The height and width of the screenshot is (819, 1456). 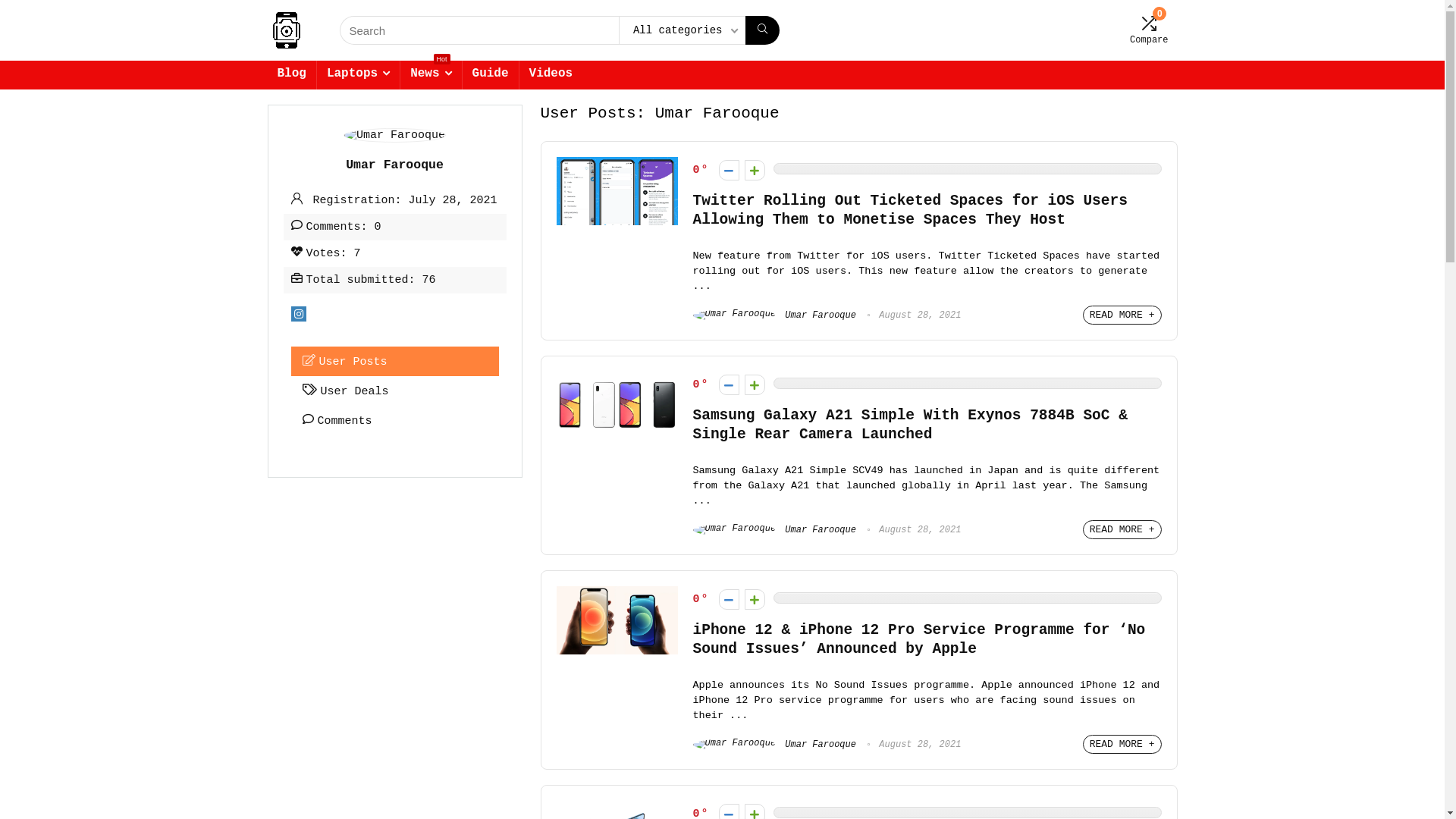 What do you see at coordinates (266, 75) in the screenshot?
I see `'Blog'` at bounding box center [266, 75].